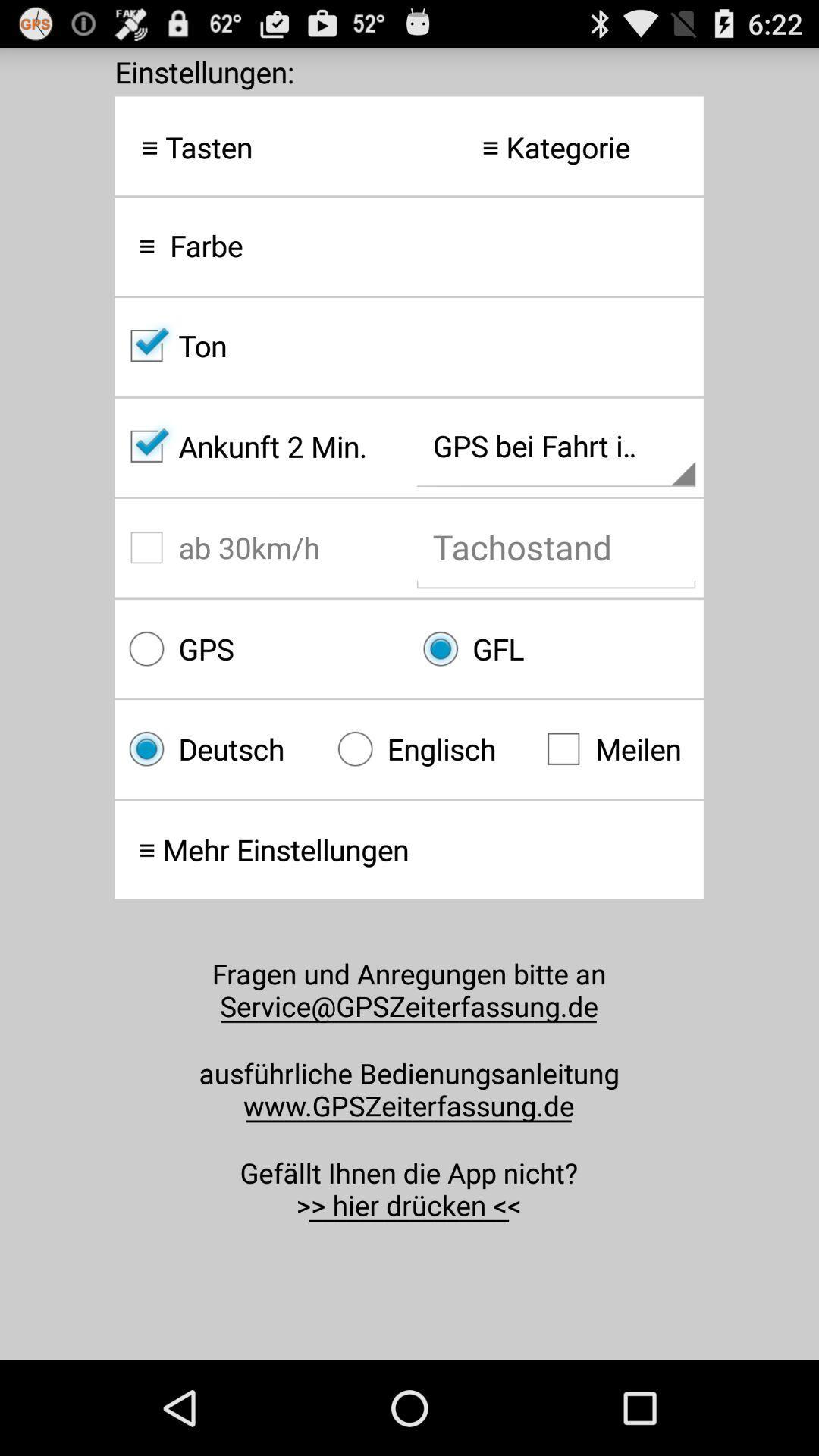 Image resolution: width=819 pixels, height=1456 pixels. I want to click on item next to ab 30km/h icon, so click(556, 648).